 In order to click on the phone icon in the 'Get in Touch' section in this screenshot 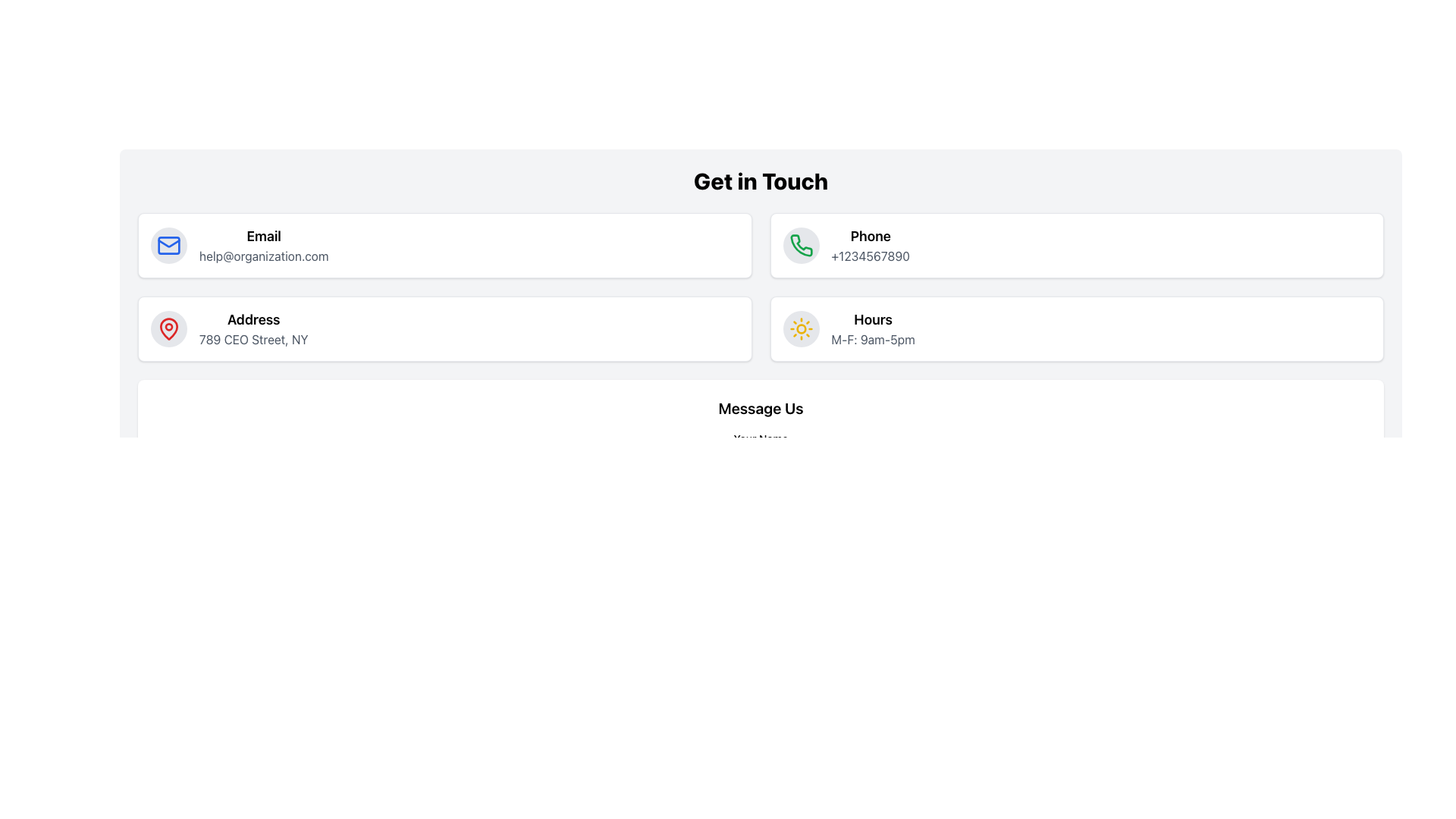, I will do `click(800, 245)`.